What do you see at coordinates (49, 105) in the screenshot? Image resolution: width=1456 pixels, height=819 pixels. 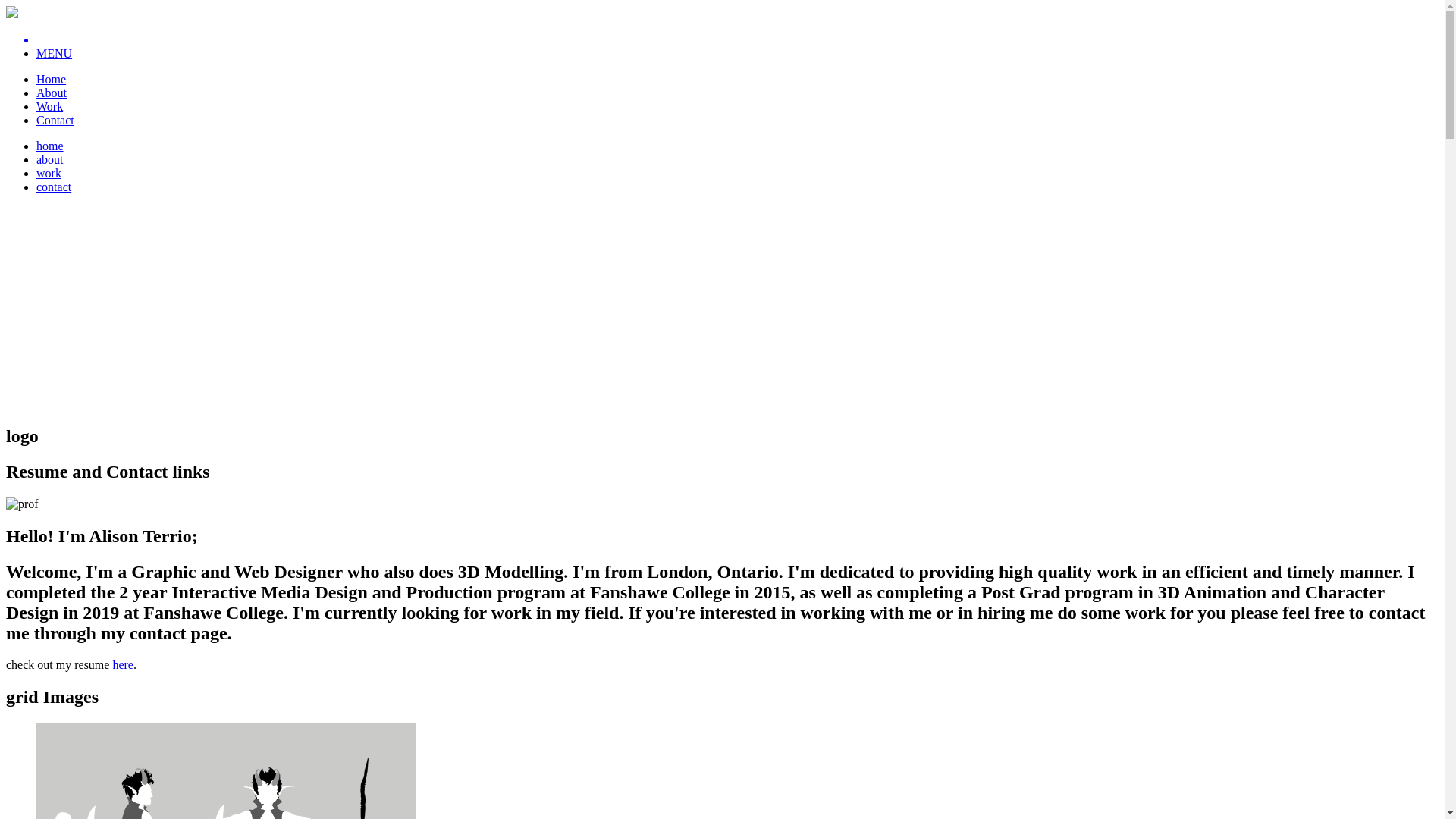 I see `'Work'` at bounding box center [49, 105].